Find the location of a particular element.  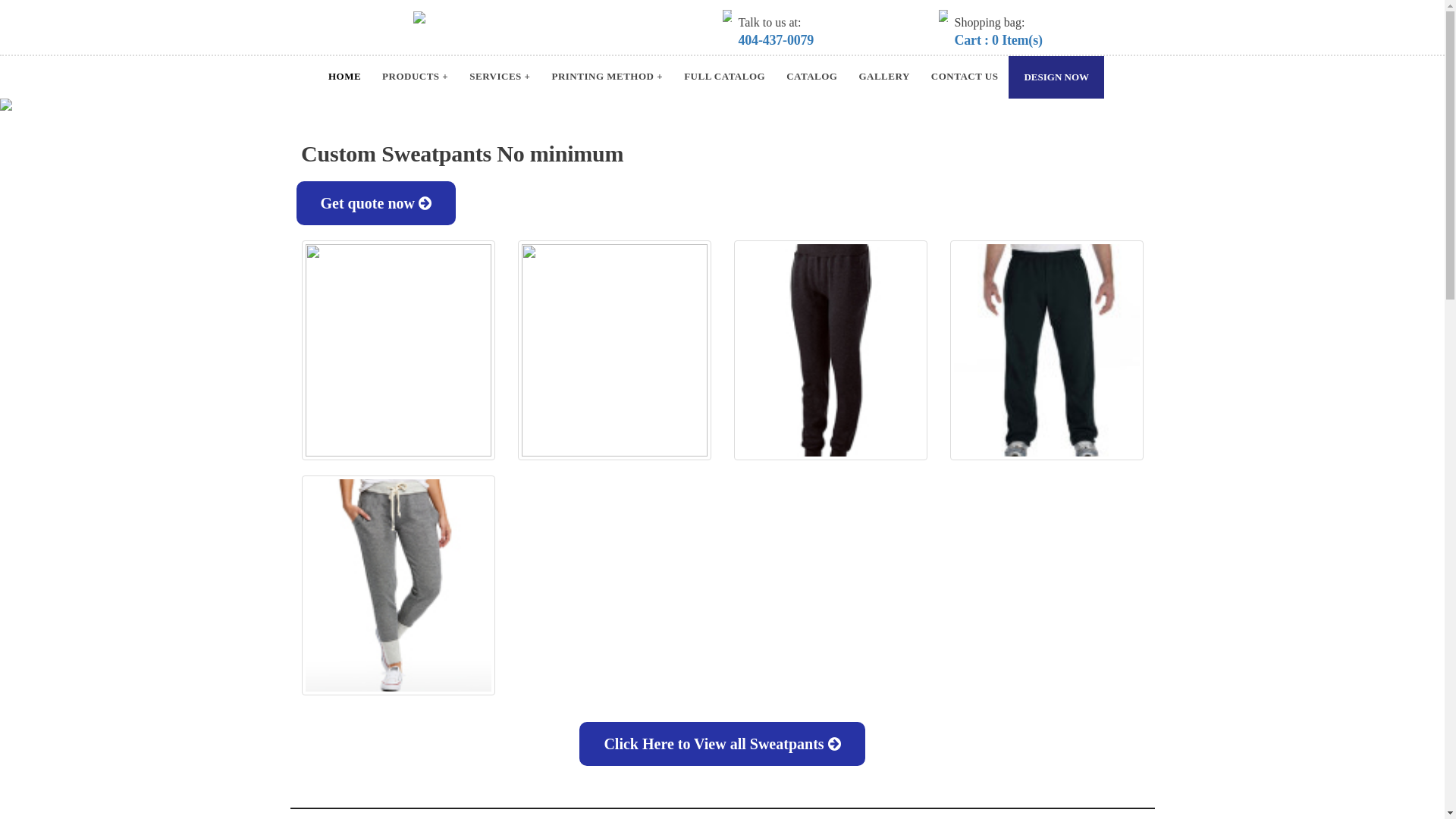

'SERVICES +' is located at coordinates (499, 77).